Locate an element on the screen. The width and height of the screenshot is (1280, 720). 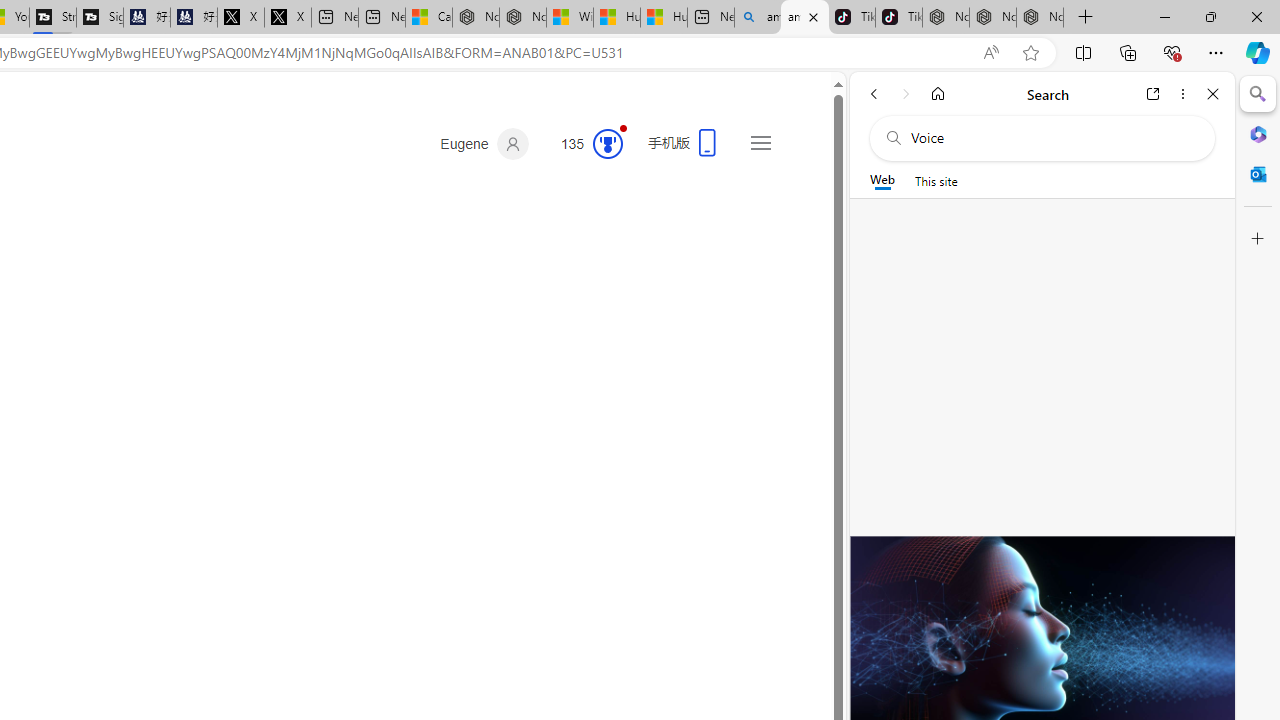
'Class: medal-circled' is located at coordinates (607, 143).